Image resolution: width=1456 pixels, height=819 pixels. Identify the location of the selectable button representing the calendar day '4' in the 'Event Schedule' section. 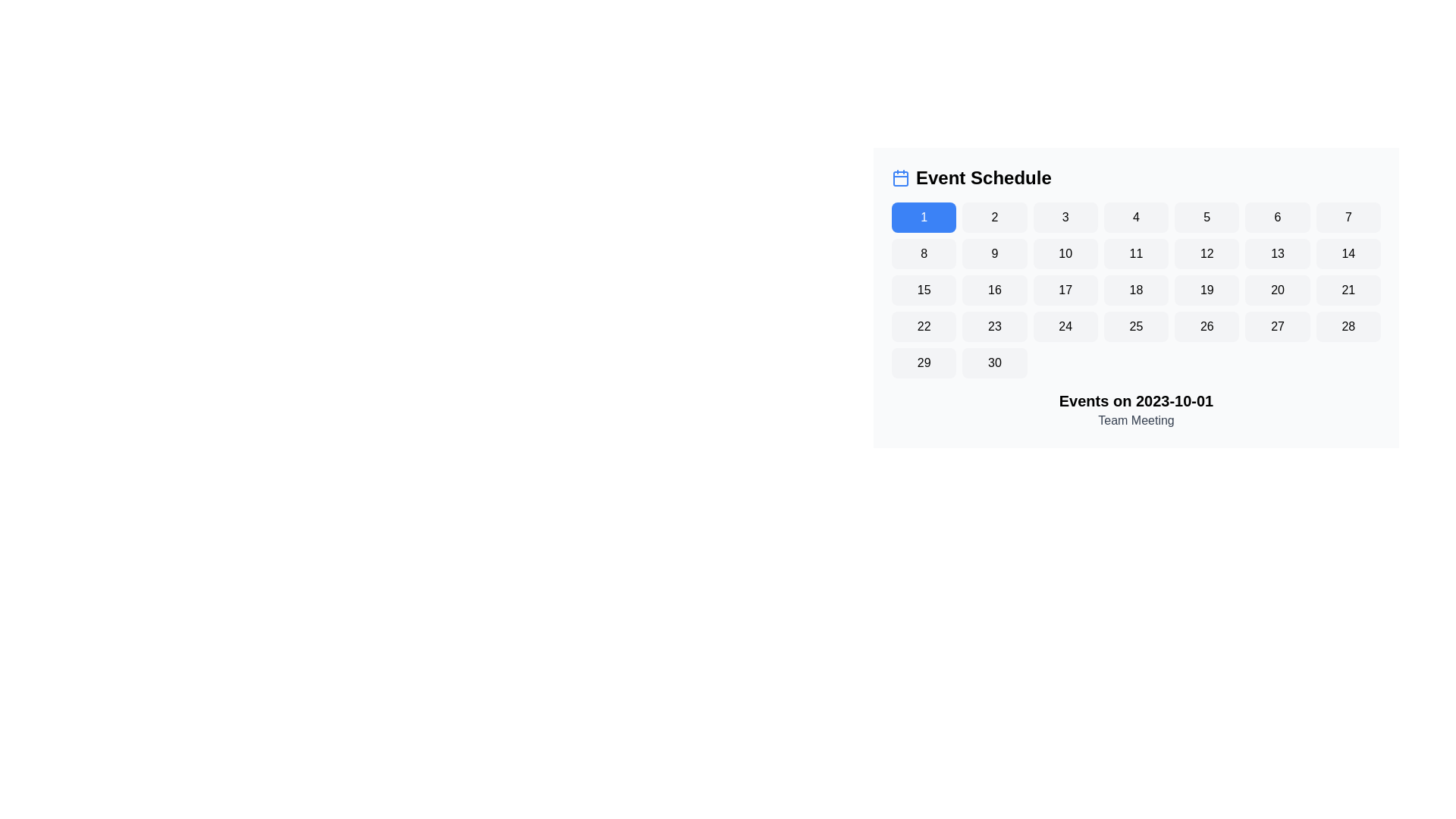
(1136, 217).